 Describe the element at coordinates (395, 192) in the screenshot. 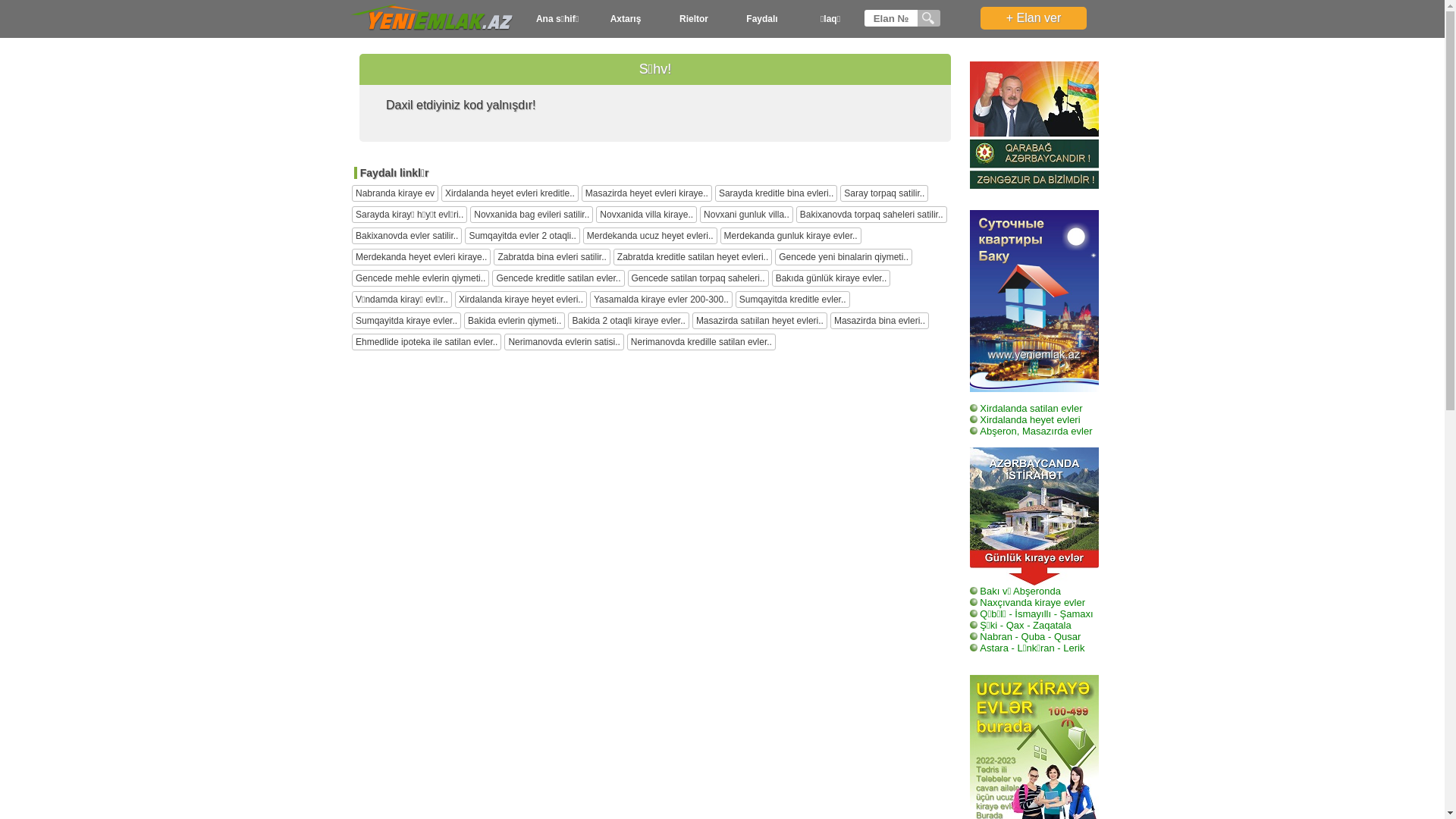

I see `'Nabranda kiraye ev'` at that location.